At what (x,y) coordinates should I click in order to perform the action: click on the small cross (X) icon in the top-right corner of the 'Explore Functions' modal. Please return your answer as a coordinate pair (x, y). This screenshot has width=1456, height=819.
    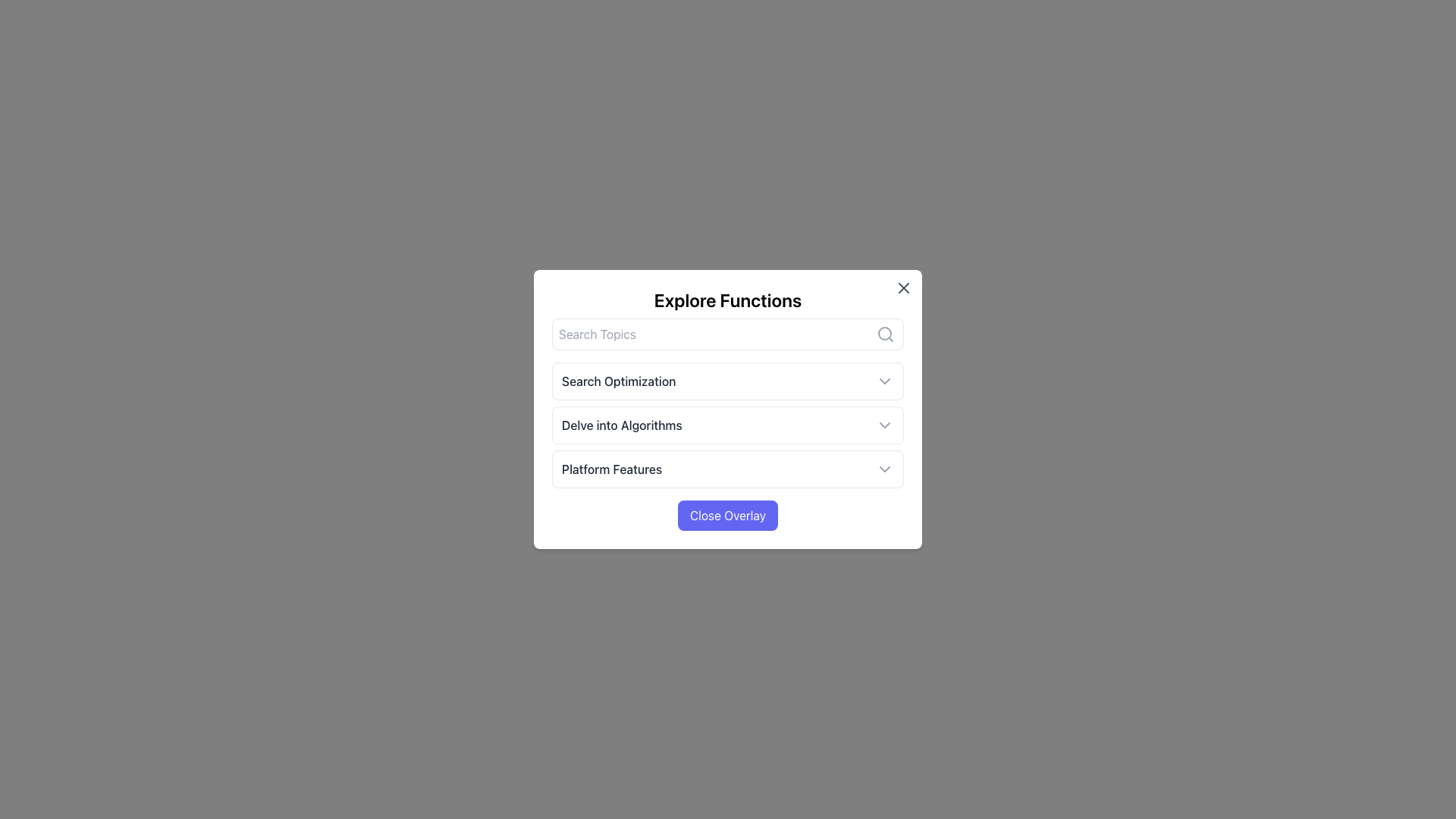
    Looking at the image, I should click on (903, 288).